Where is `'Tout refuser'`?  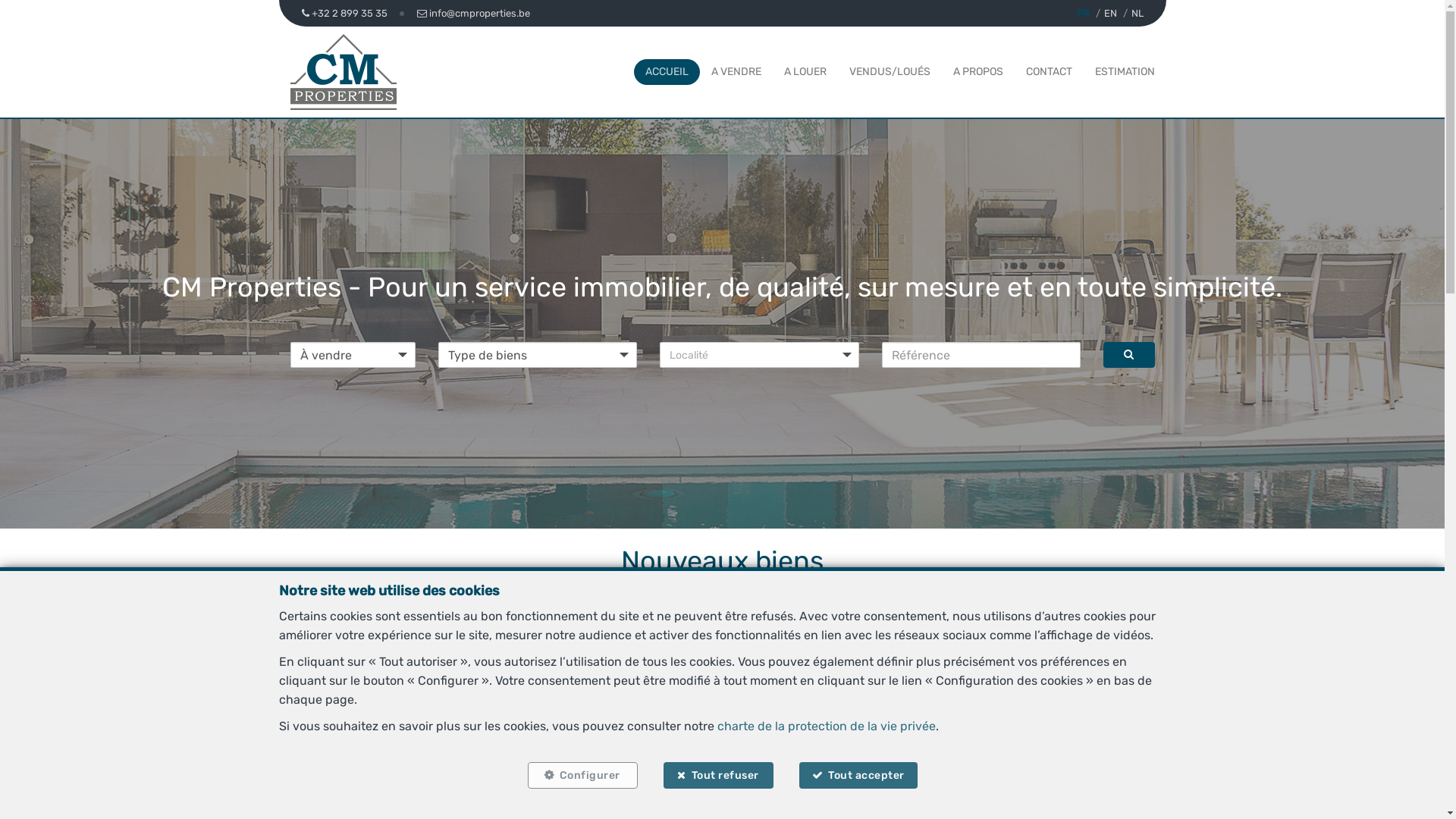 'Tout refuser' is located at coordinates (662, 775).